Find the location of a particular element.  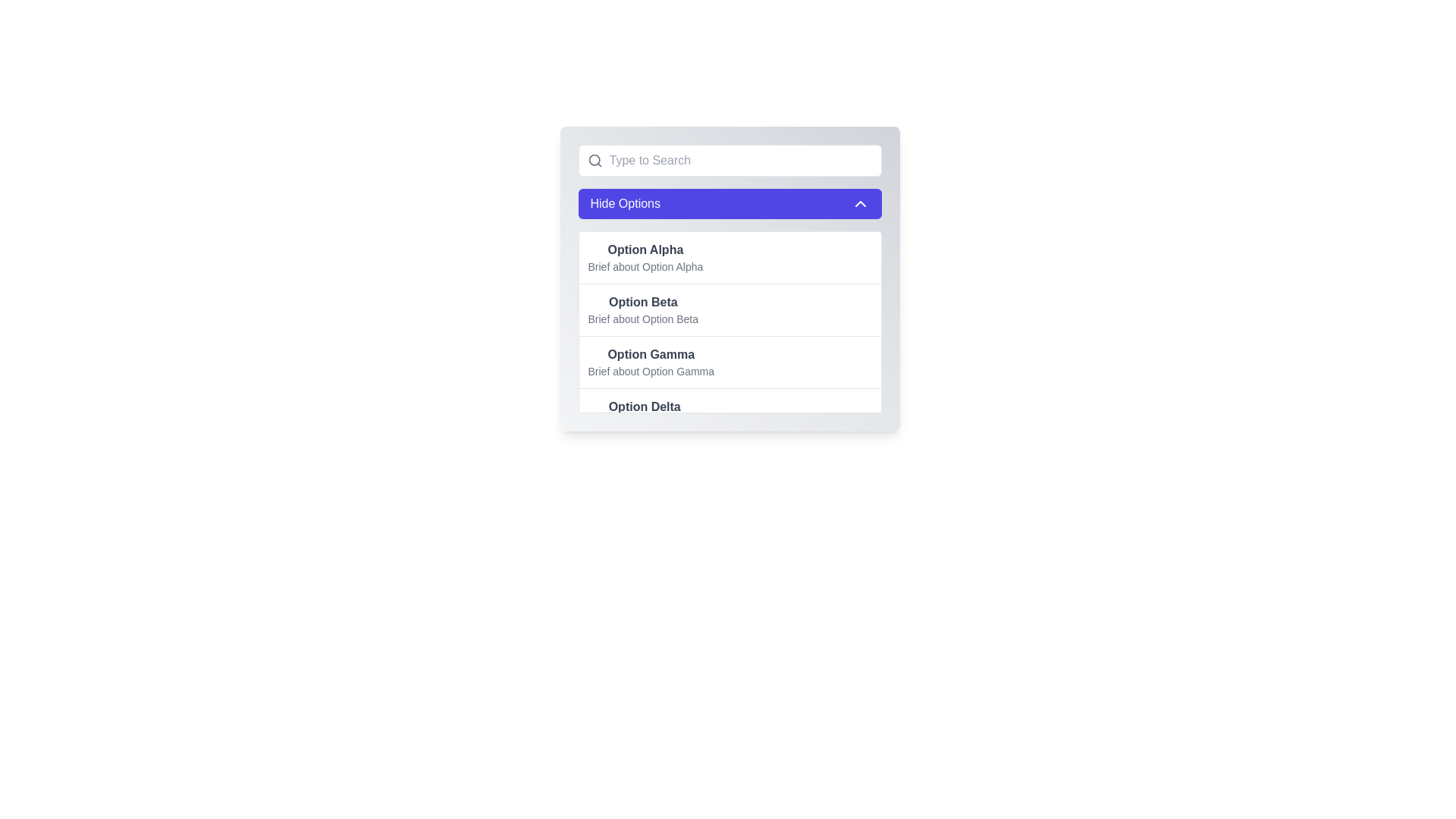

the Menu Item titled 'Option Alpha' which is the first item under the 'Hide Options' section is located at coordinates (730, 256).